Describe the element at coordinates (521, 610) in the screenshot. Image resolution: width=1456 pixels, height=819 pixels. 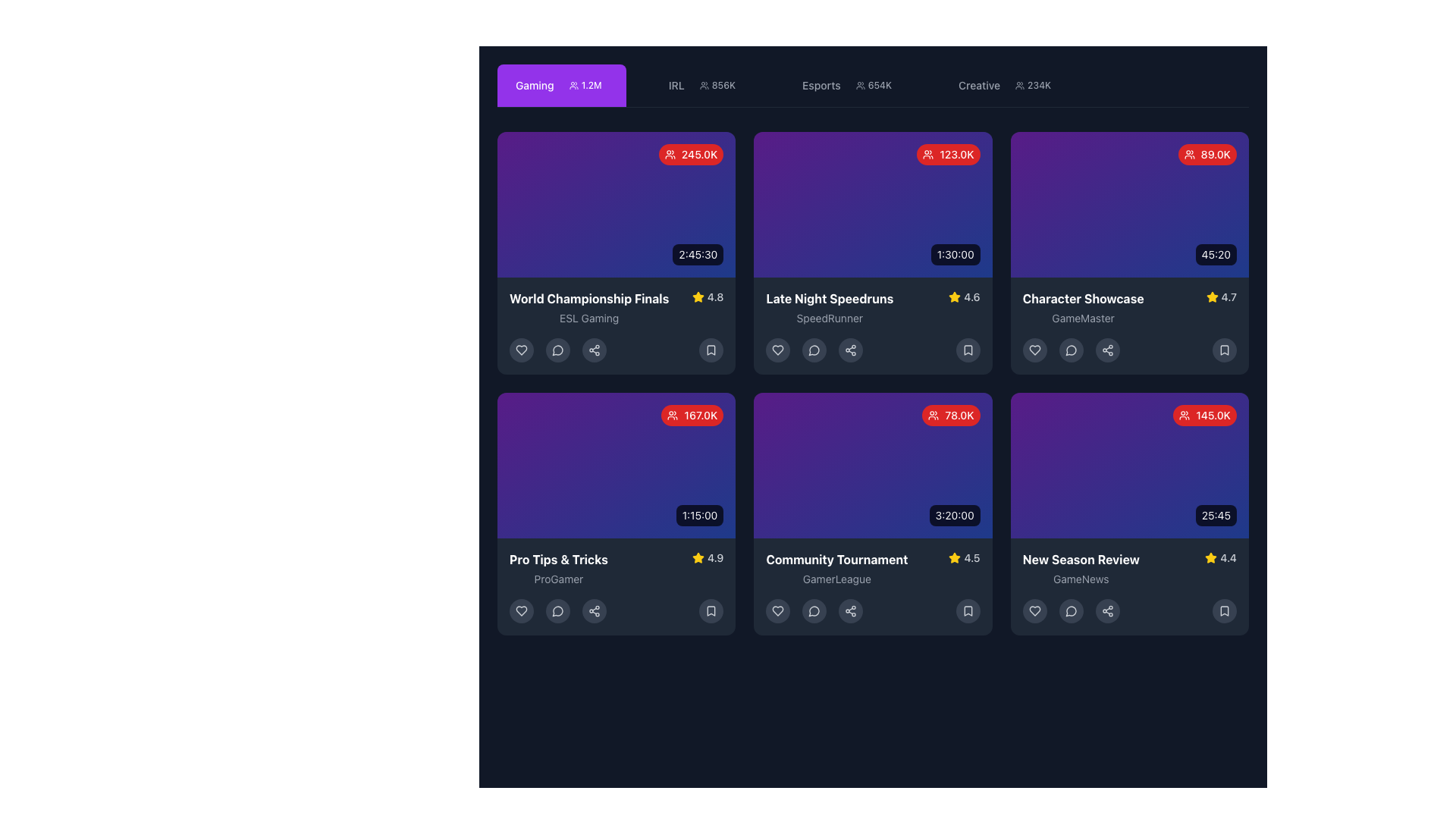
I see `the heart icon button located at the bottom of the 'Pro Tips & Tricks' card` at that location.